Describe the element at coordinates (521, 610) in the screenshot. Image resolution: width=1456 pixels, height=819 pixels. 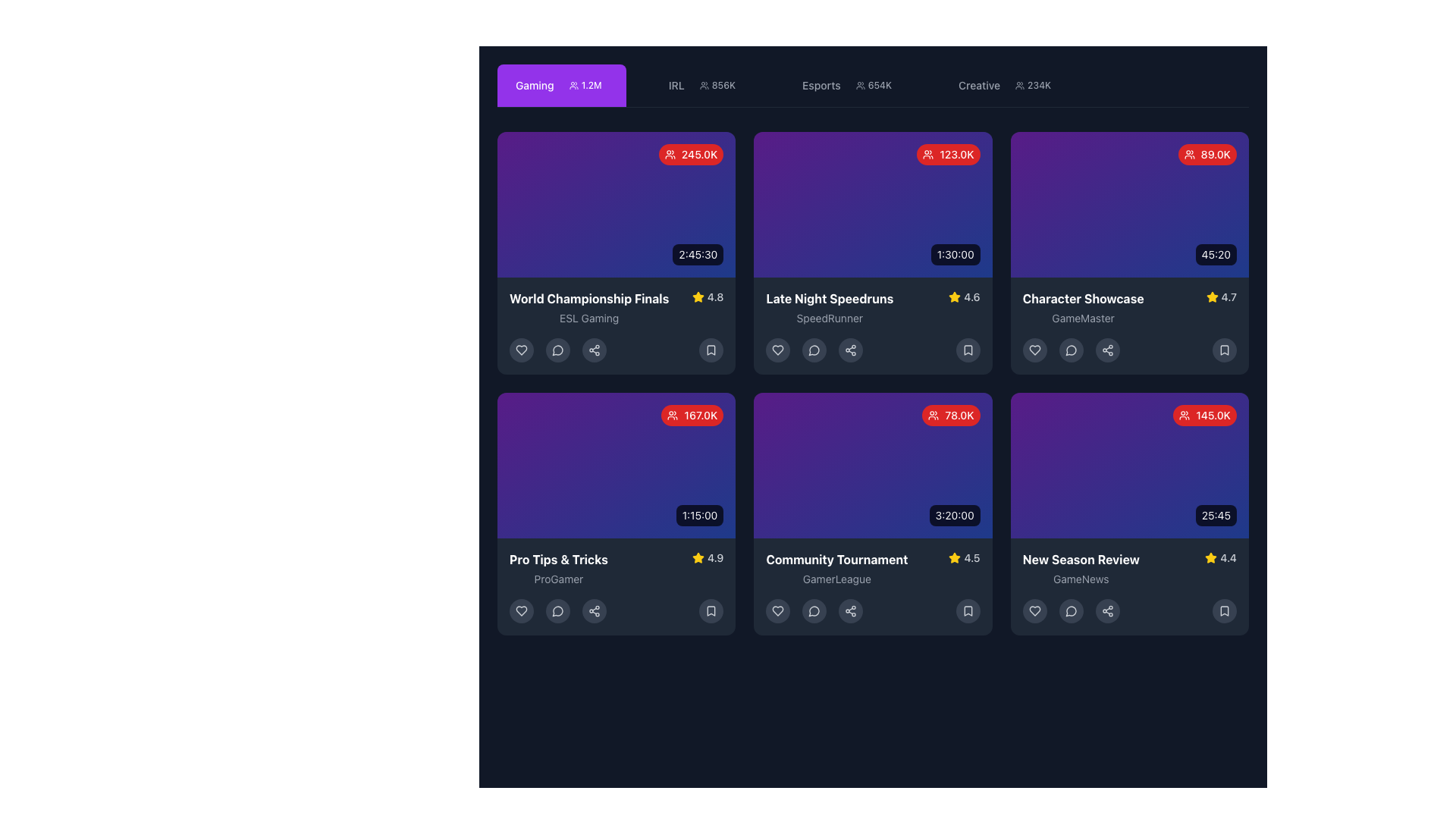
I see `the heart icon button located at the bottom of the 'Pro Tips & Tricks' card` at that location.